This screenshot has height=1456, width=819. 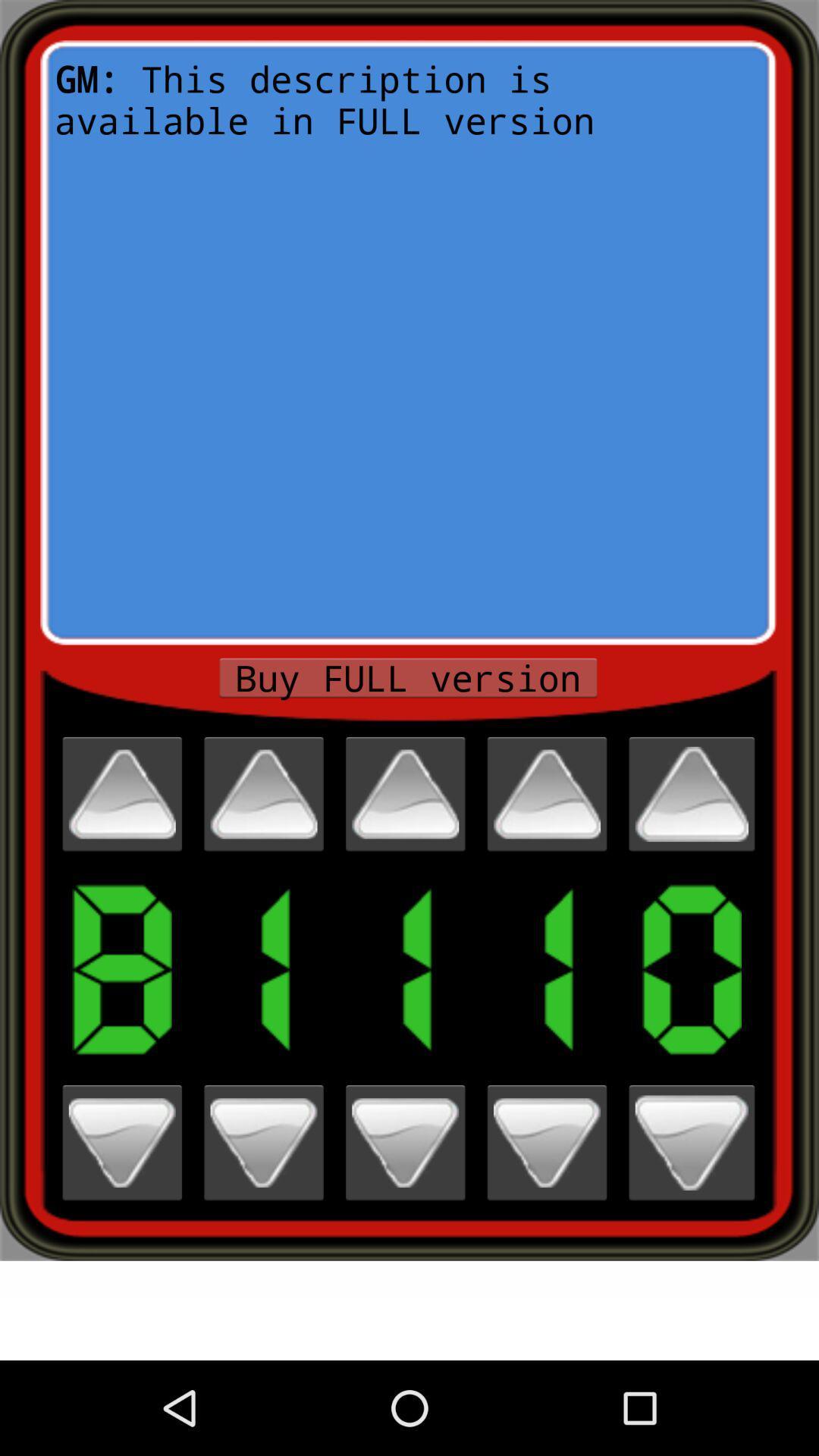 What do you see at coordinates (121, 793) in the screenshot?
I see `shows increase option` at bounding box center [121, 793].